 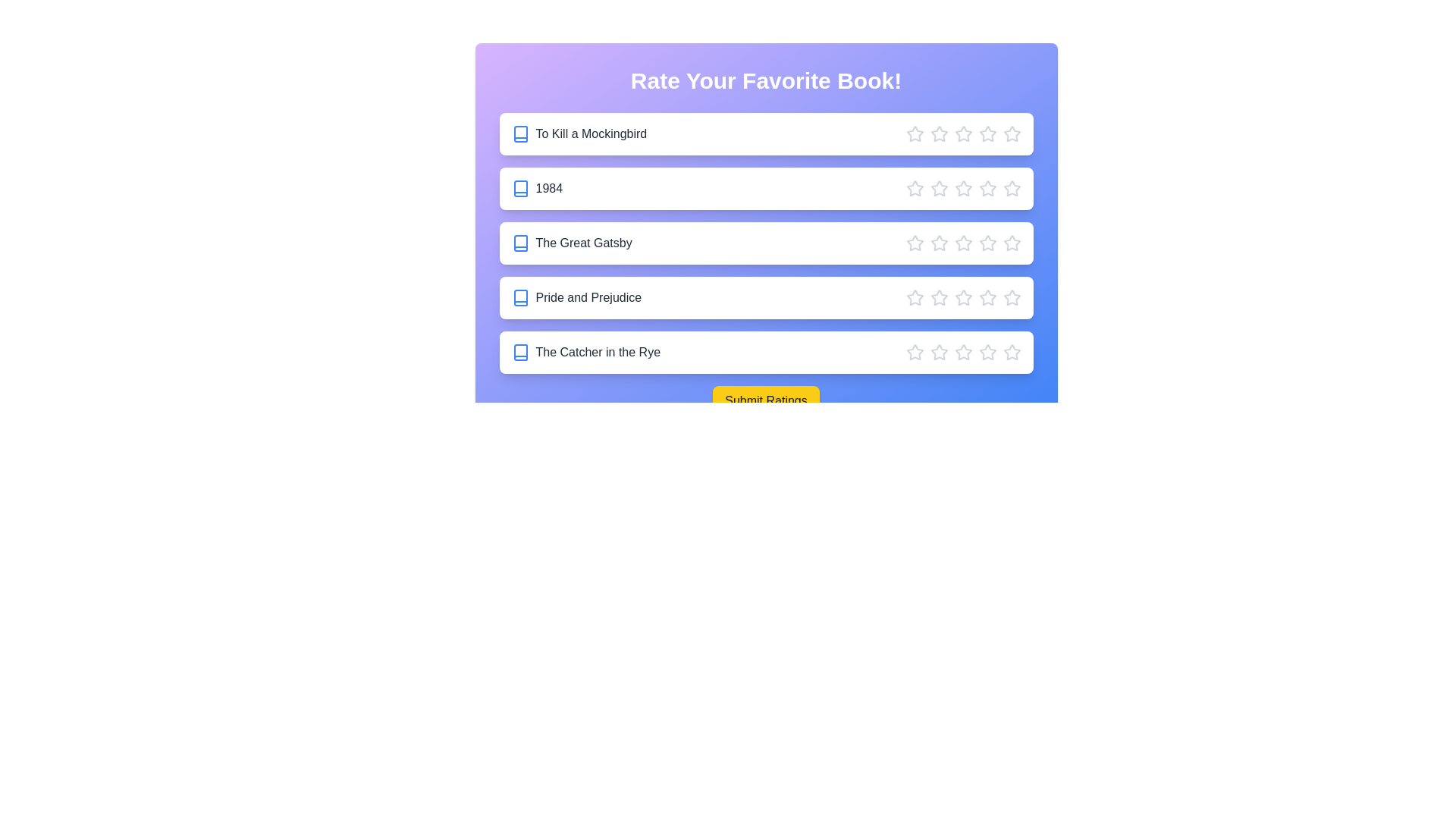 What do you see at coordinates (987, 353) in the screenshot?
I see `the star corresponding to 4 stars for the book The Catcher in the Rye` at bounding box center [987, 353].